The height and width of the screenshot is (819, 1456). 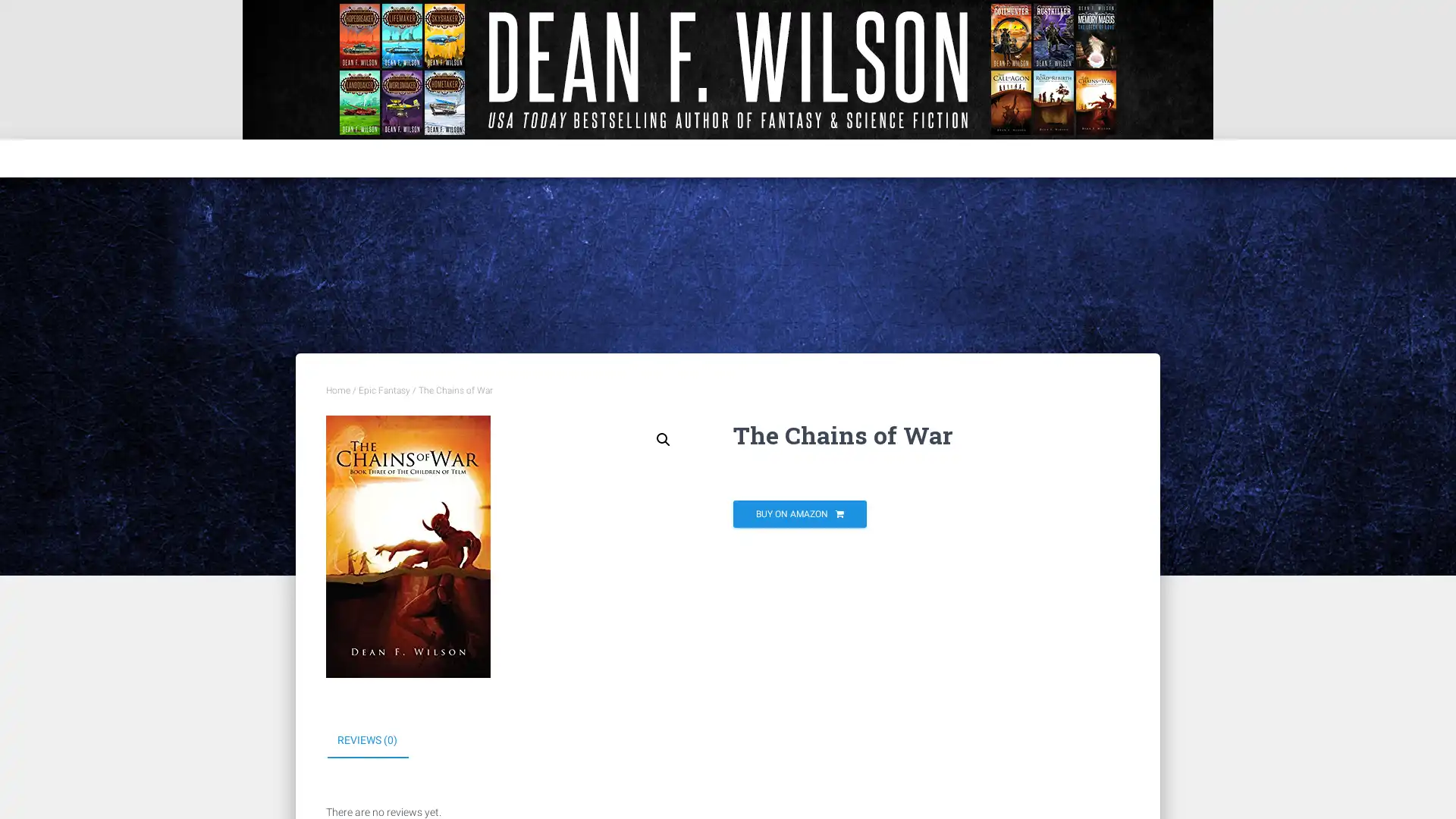 What do you see at coordinates (799, 513) in the screenshot?
I see `BUY ON AMAZON` at bounding box center [799, 513].